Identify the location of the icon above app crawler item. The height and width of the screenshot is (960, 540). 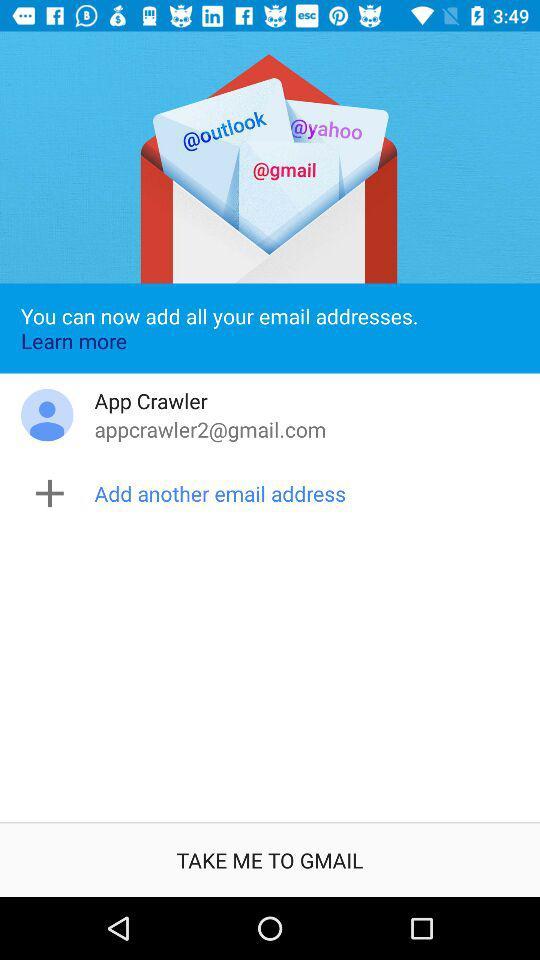
(270, 328).